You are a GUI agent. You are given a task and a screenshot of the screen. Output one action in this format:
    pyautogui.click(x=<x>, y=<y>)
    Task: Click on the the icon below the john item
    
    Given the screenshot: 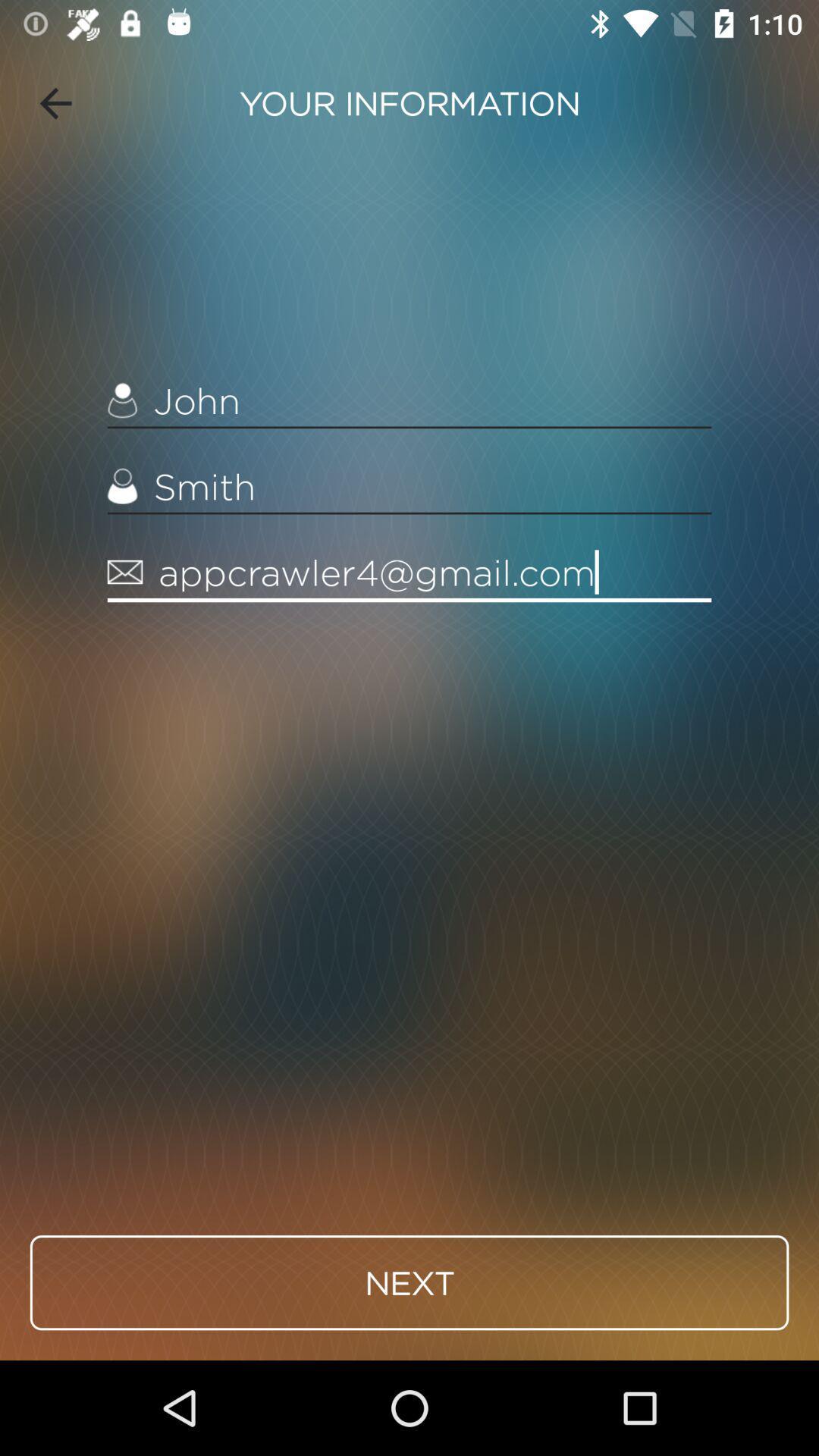 What is the action you would take?
    pyautogui.click(x=409, y=487)
    